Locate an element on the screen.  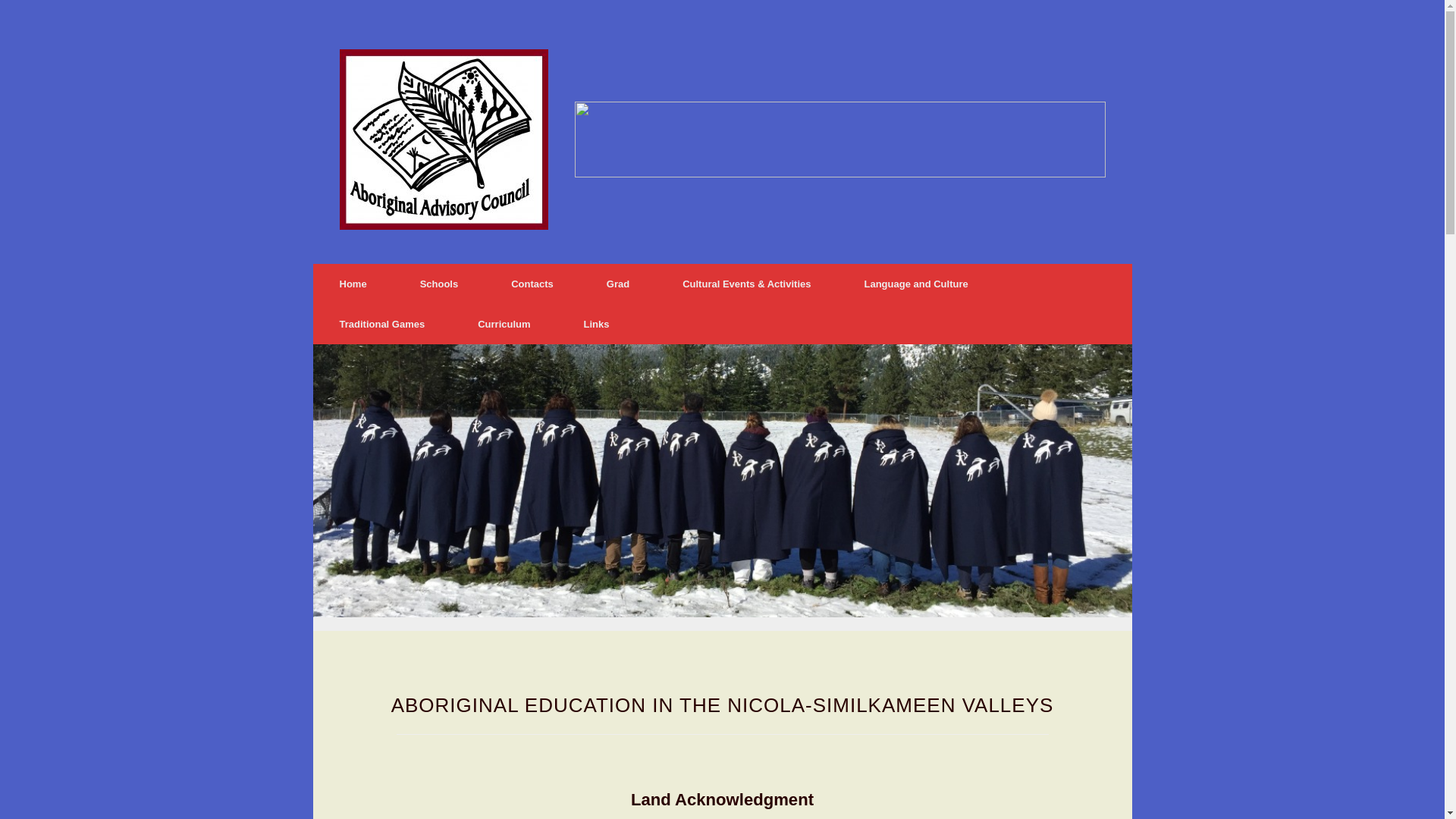
'Cultural Events & Activities' is located at coordinates (655, 284).